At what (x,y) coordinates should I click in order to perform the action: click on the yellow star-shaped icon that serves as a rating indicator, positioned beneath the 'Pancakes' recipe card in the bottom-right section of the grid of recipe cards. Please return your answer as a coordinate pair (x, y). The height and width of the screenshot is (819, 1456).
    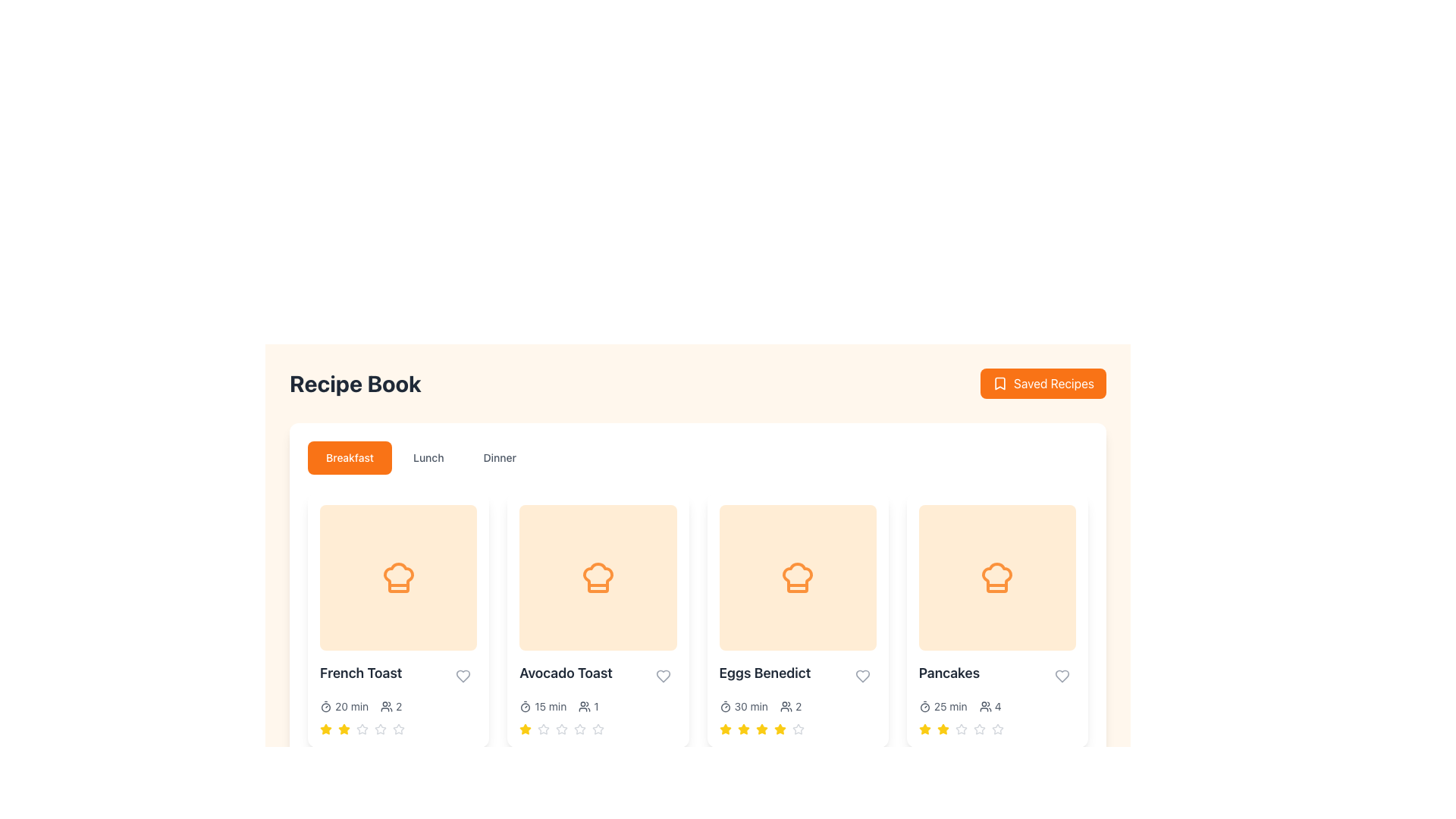
    Looking at the image, I should click on (924, 728).